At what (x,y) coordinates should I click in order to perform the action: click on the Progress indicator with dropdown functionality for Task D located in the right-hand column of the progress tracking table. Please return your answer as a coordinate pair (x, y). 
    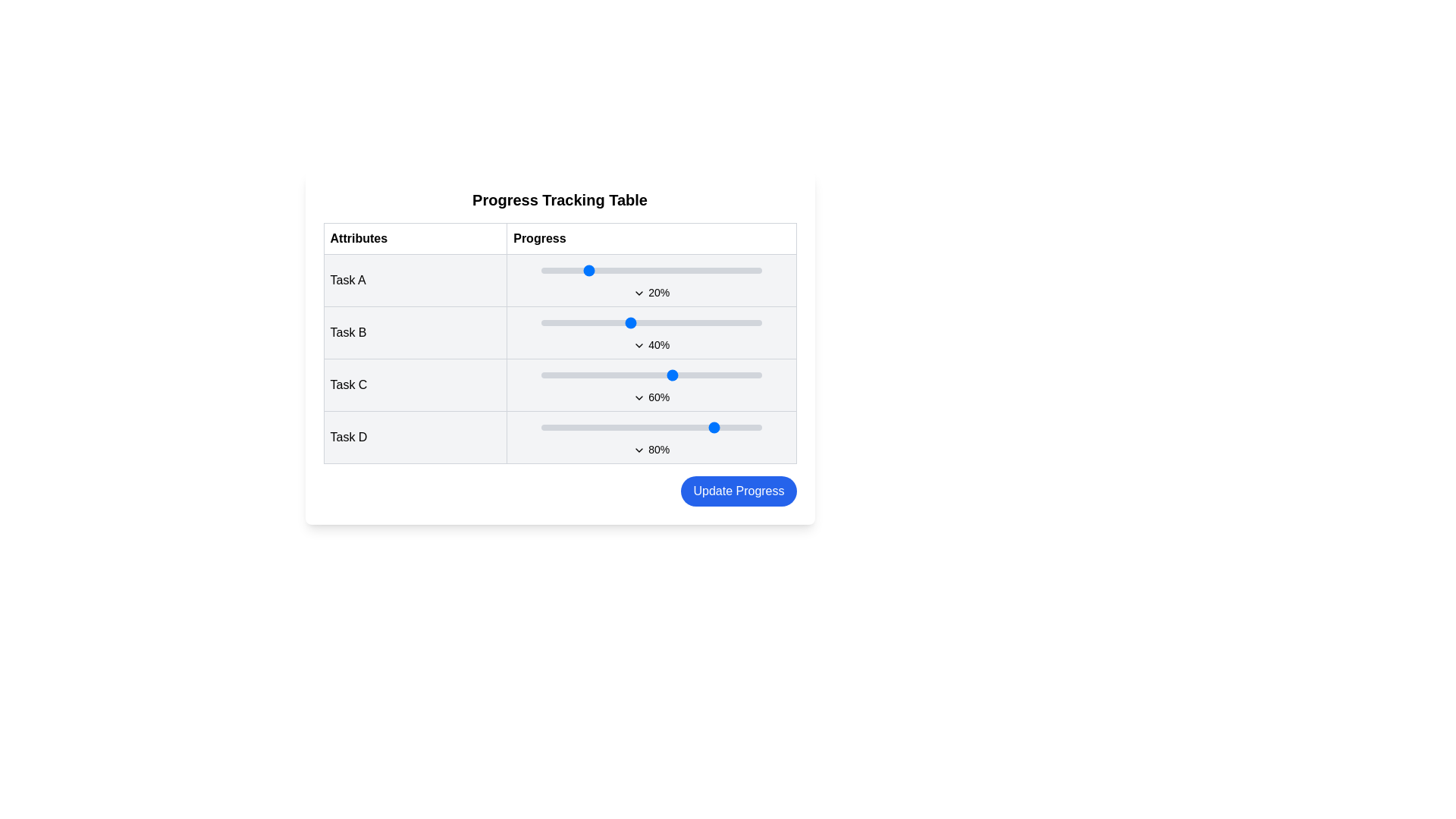
    Looking at the image, I should click on (651, 446).